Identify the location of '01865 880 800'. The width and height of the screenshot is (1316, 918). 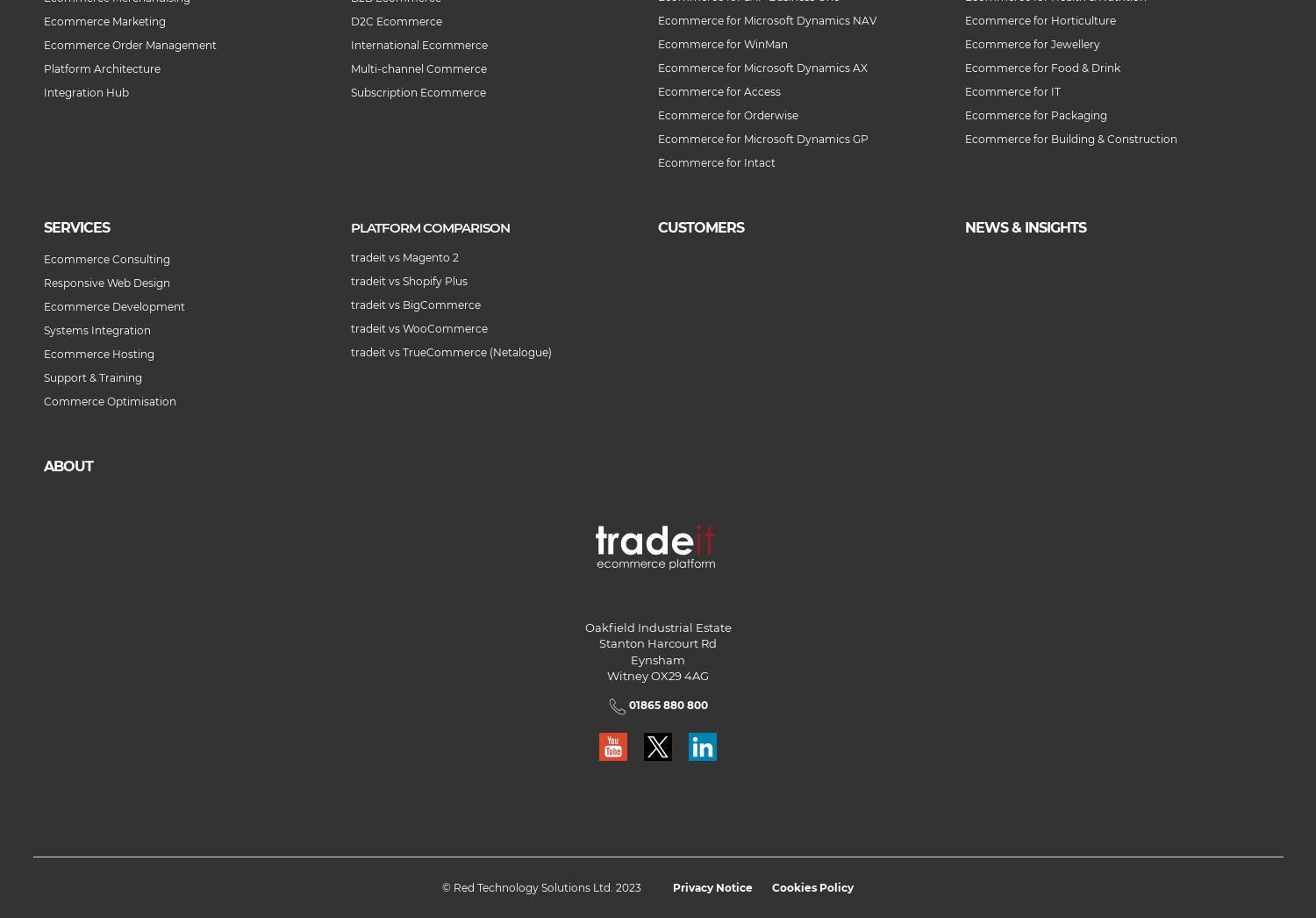
(666, 705).